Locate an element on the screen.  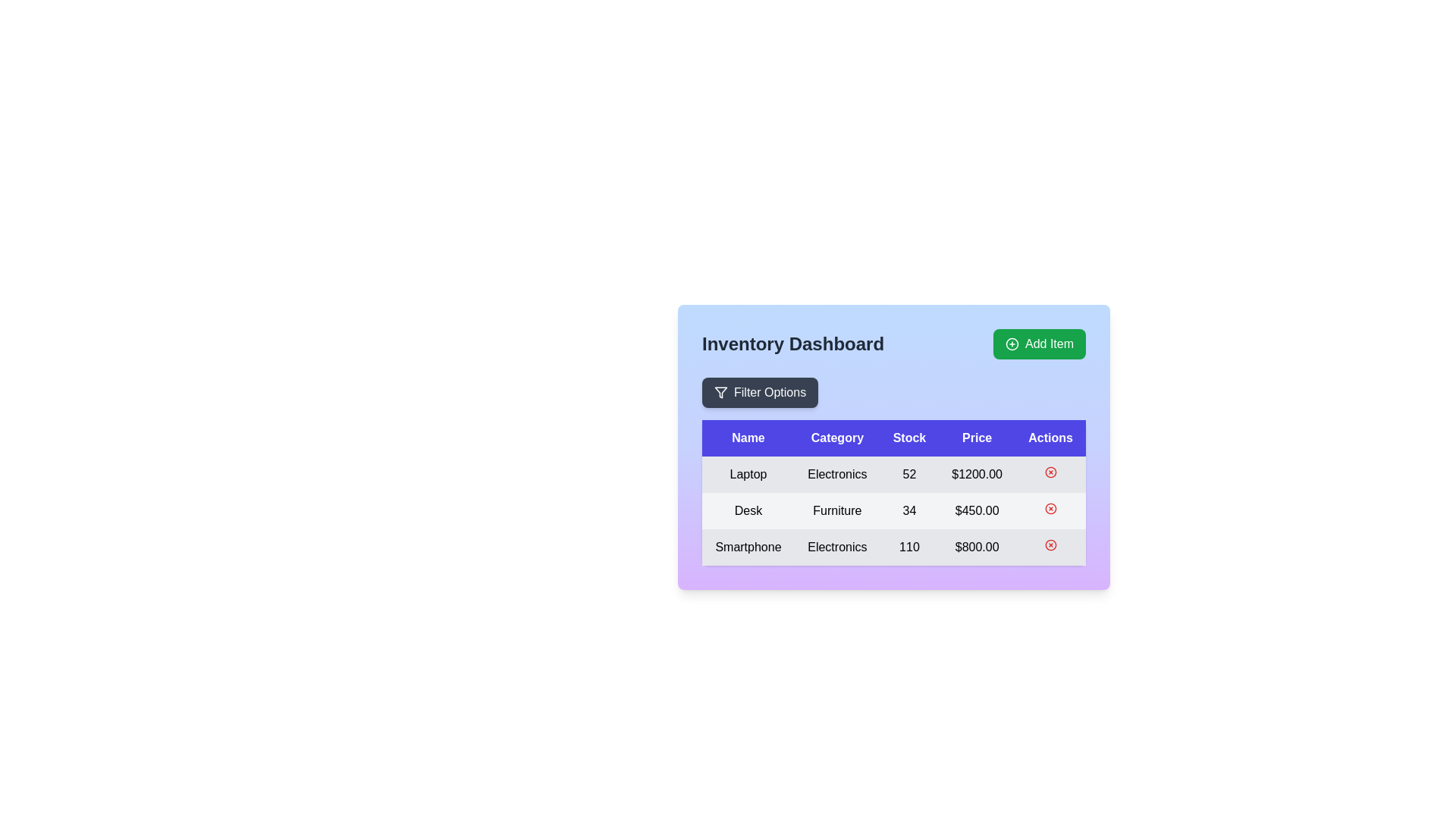
the bright green rectangular button with rounded edges labeled 'Add Item' is located at coordinates (1039, 344).